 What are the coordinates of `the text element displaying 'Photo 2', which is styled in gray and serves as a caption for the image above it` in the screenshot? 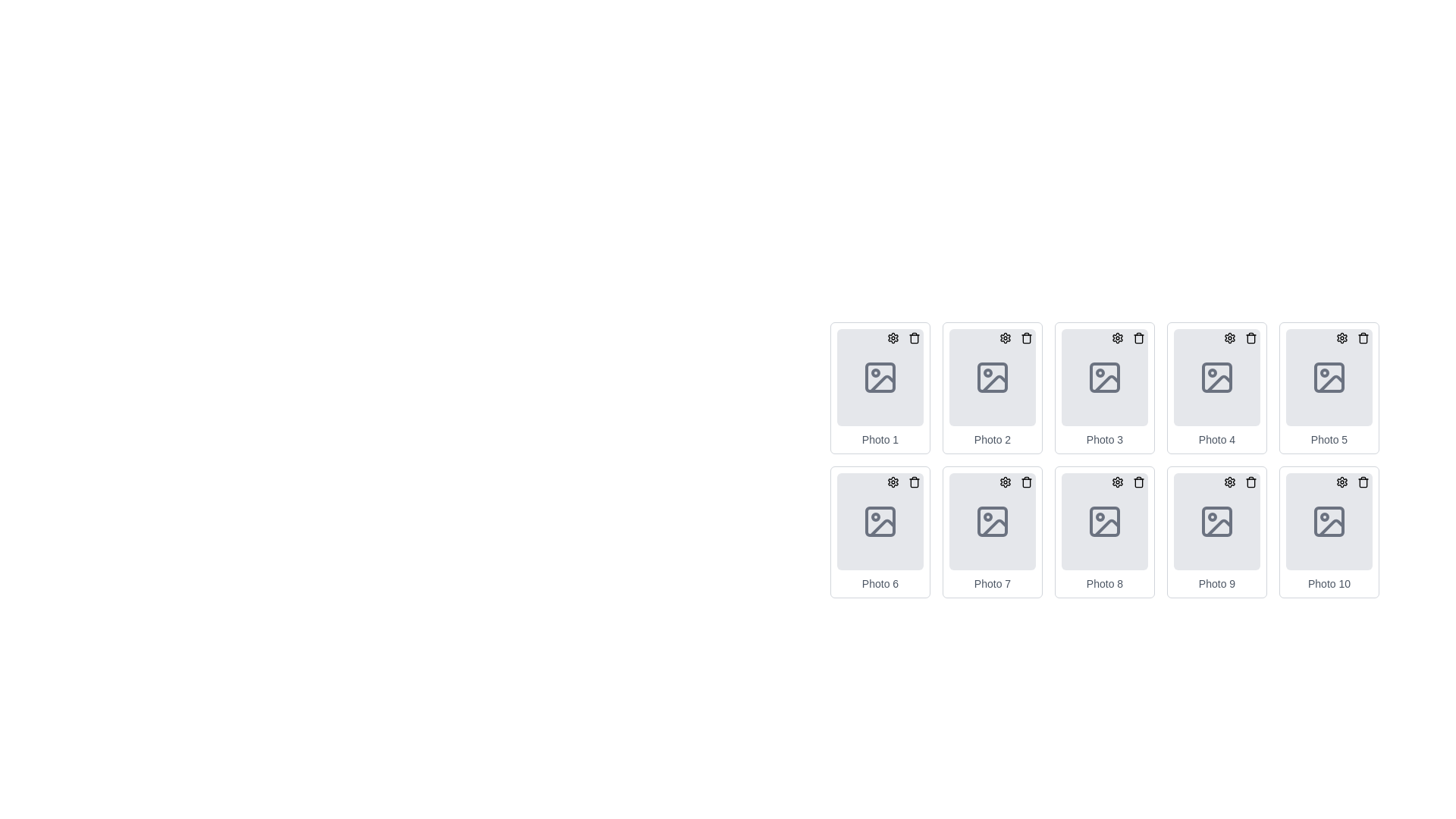 It's located at (993, 439).